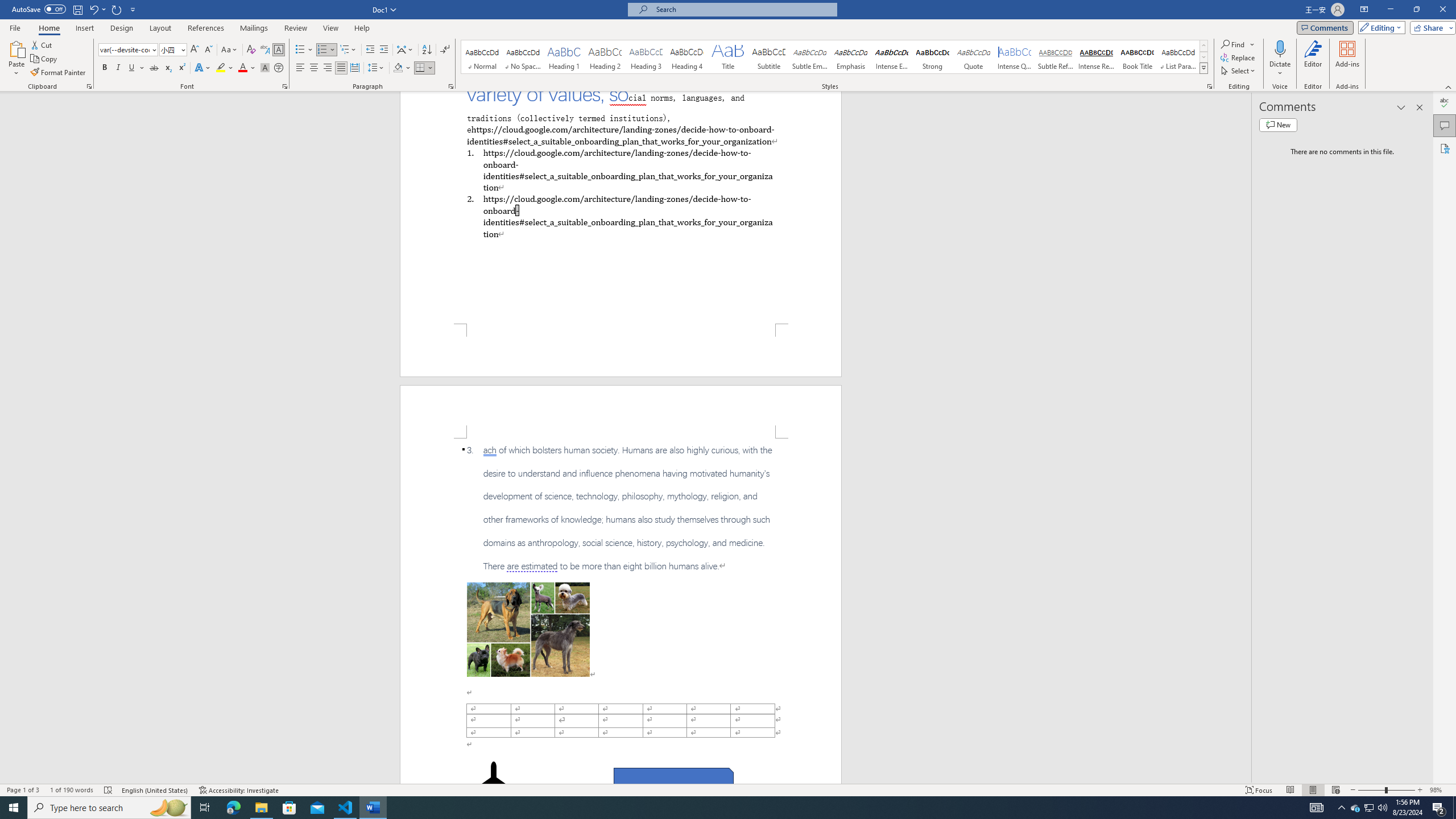 Image resolution: width=1456 pixels, height=819 pixels. I want to click on 'Design', so click(122, 28).